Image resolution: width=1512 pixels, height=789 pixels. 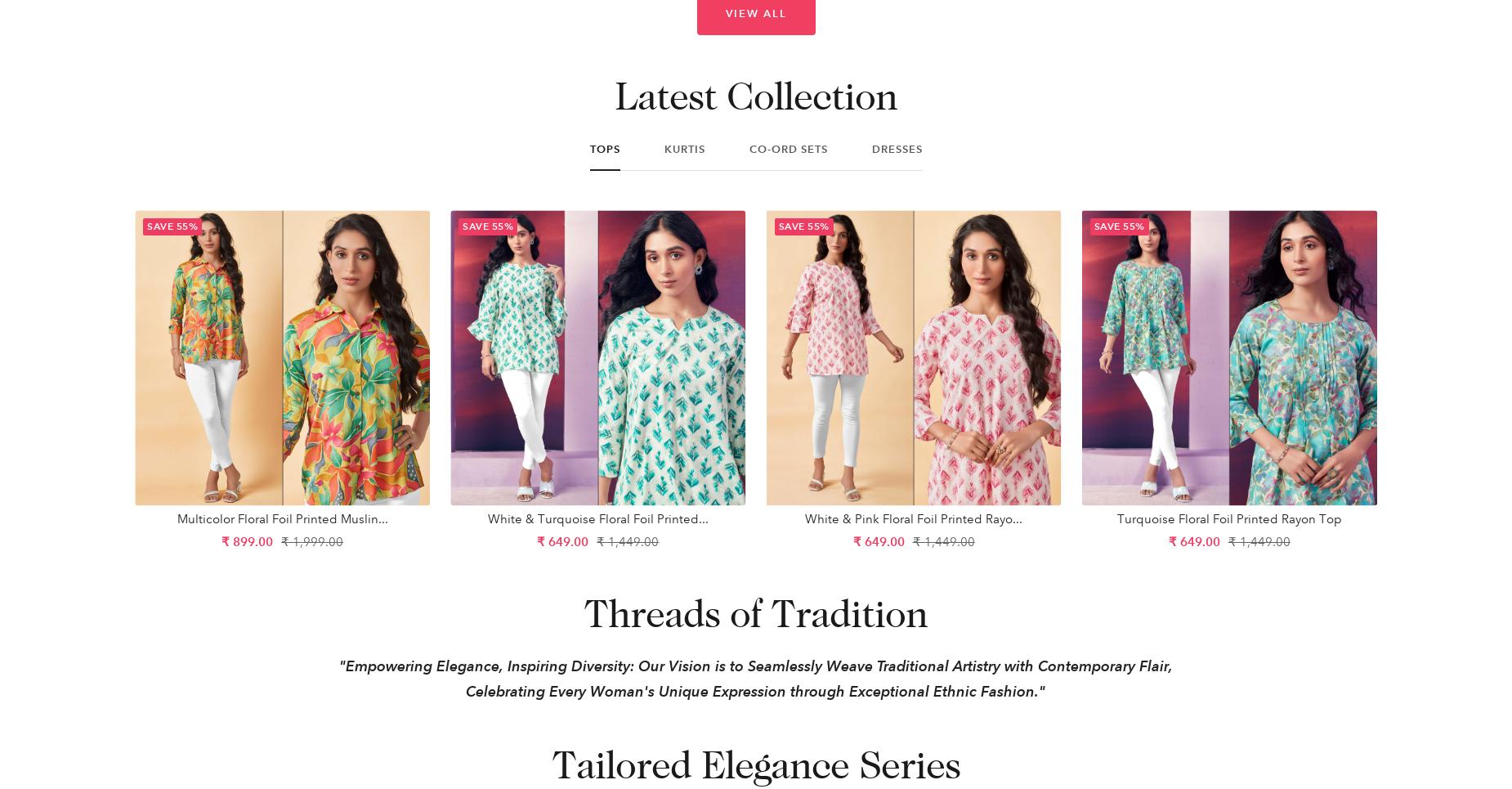 What do you see at coordinates (755, 612) in the screenshot?
I see `'Threads of Tradition'` at bounding box center [755, 612].